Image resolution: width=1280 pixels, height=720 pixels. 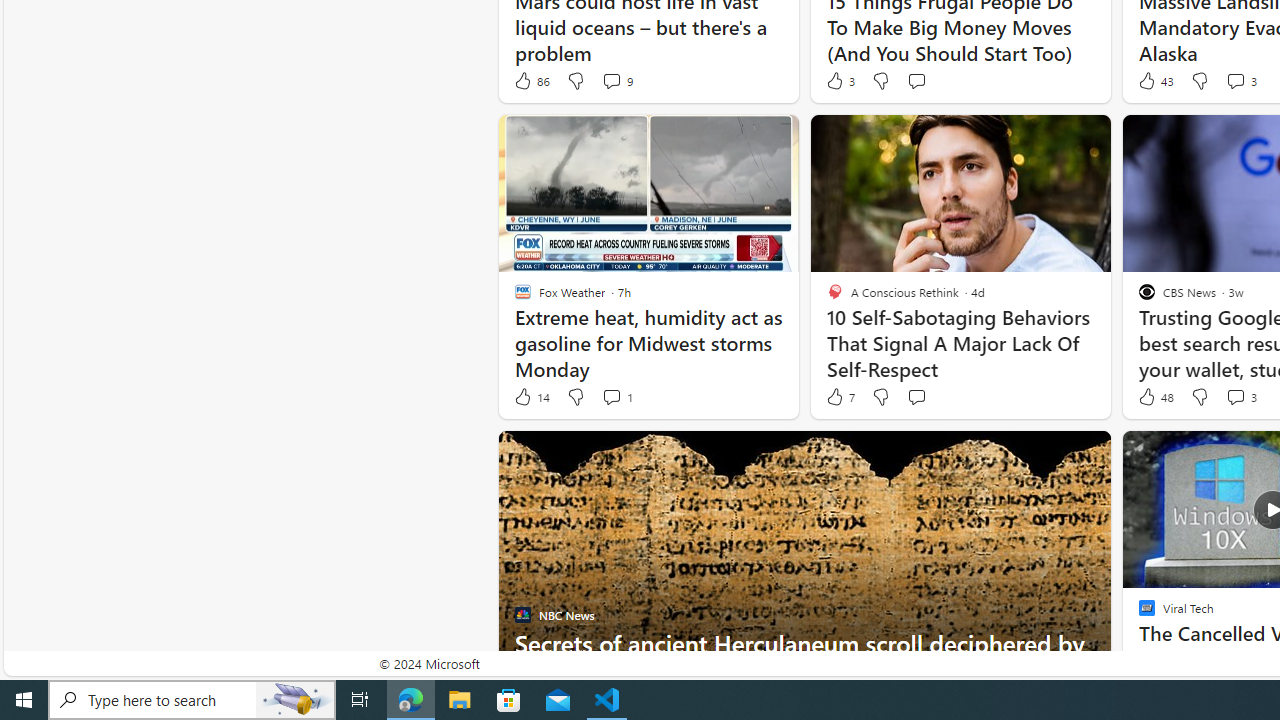 I want to click on '43 Like', so click(x=1154, y=80).